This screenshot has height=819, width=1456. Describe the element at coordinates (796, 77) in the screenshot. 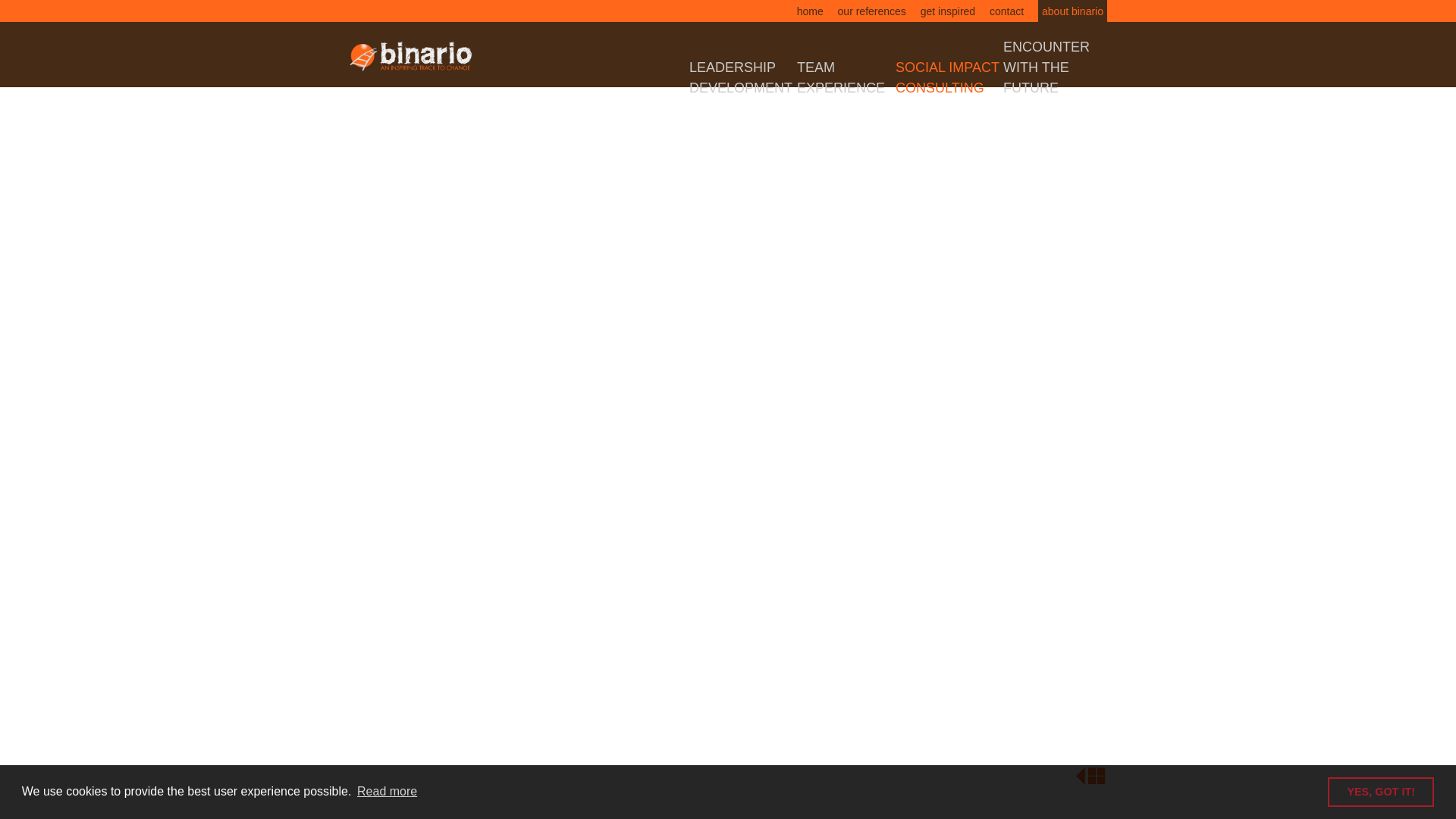

I see `'TEAM EXPERIENCE'` at that location.